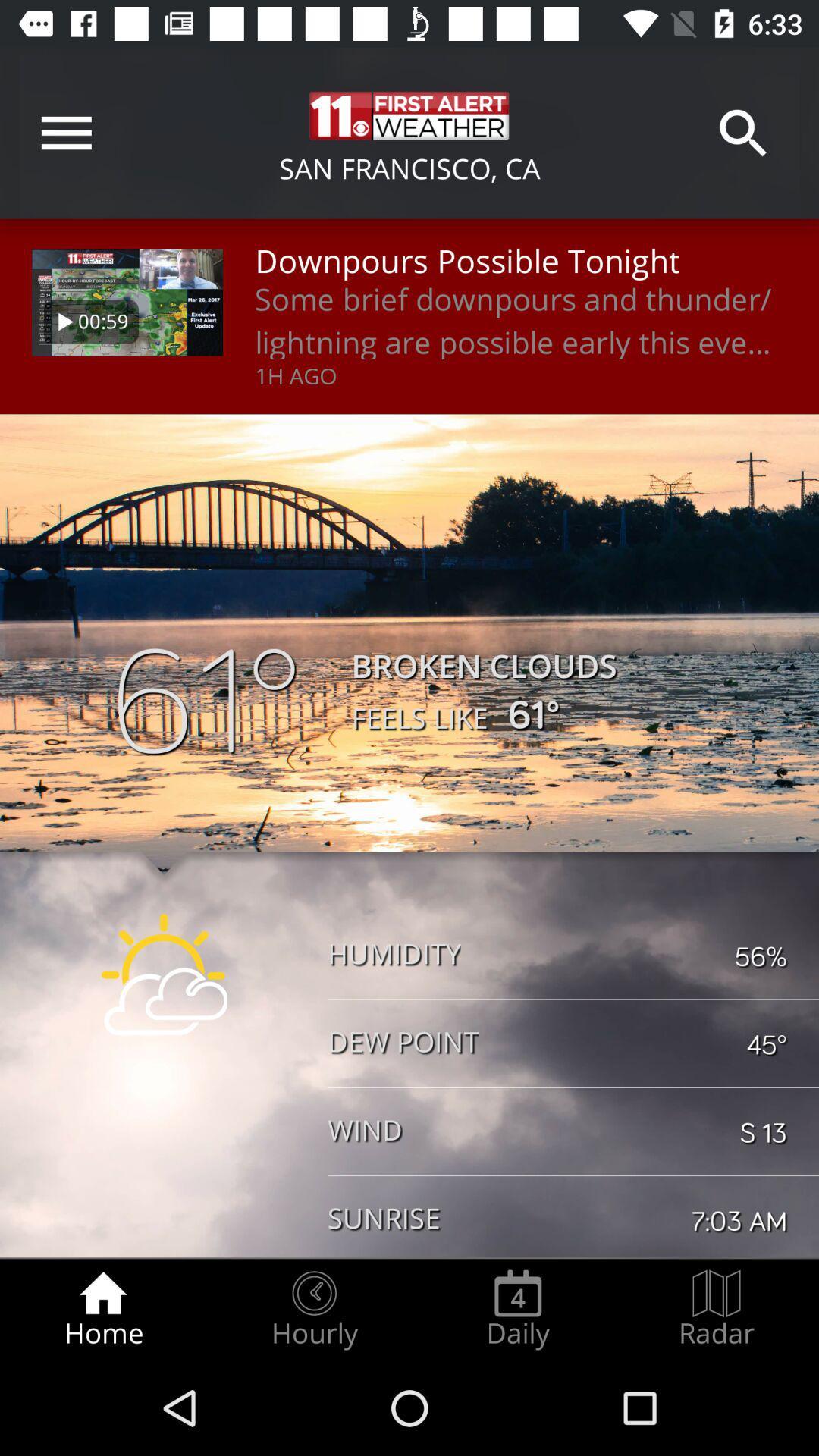  Describe the element at coordinates (717, 1309) in the screenshot. I see `radio button to the right of daily` at that location.